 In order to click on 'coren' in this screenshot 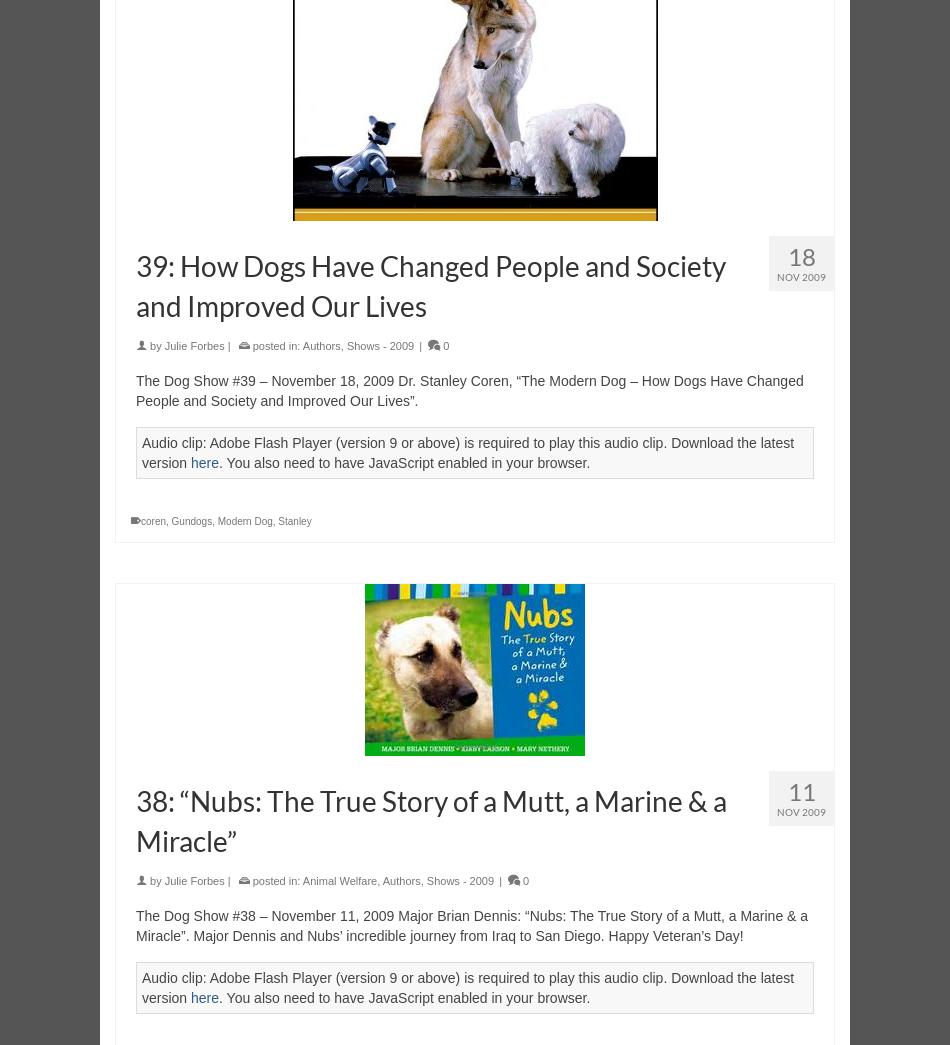, I will do `click(153, 520)`.